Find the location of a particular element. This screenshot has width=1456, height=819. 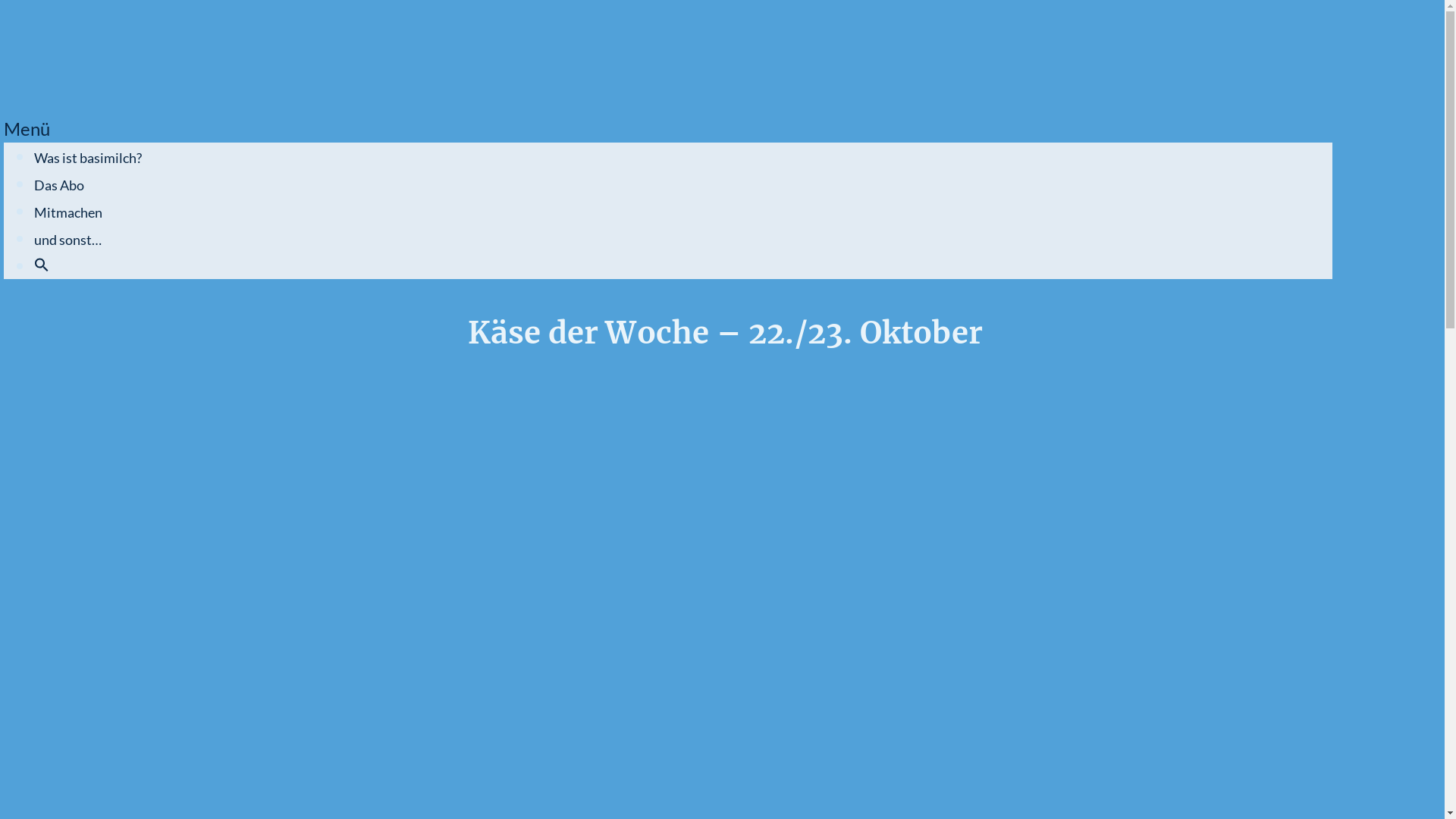

'cropped-cropped-basimilch_logo_white_on_blue-1-1.png' is located at coordinates (54, 53).